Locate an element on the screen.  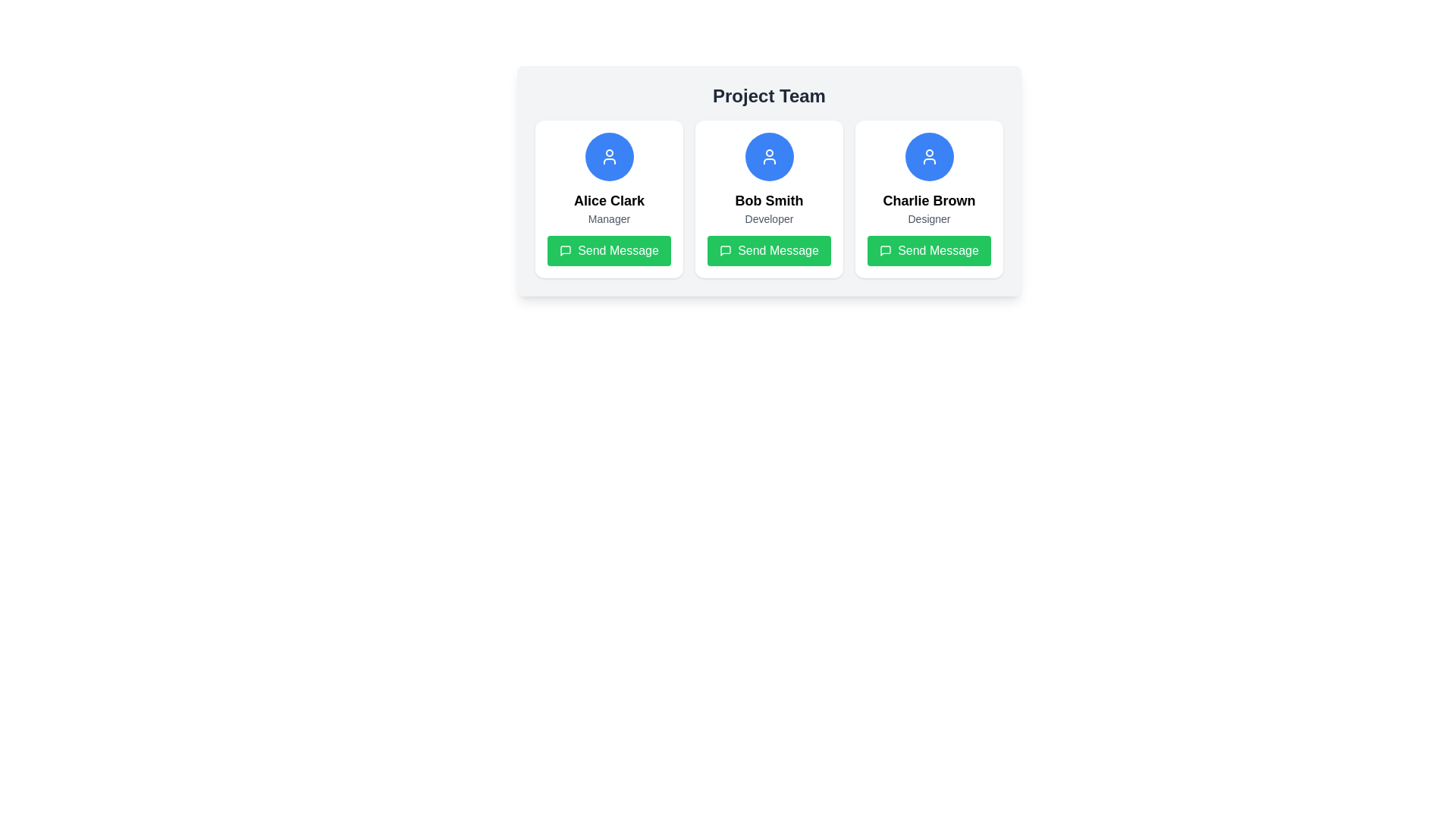
the blue circular avatar icon with a white user silhouette symbol, which is located in the top left card above the name 'Alice Clark' and the role 'Manager' is located at coordinates (609, 157).